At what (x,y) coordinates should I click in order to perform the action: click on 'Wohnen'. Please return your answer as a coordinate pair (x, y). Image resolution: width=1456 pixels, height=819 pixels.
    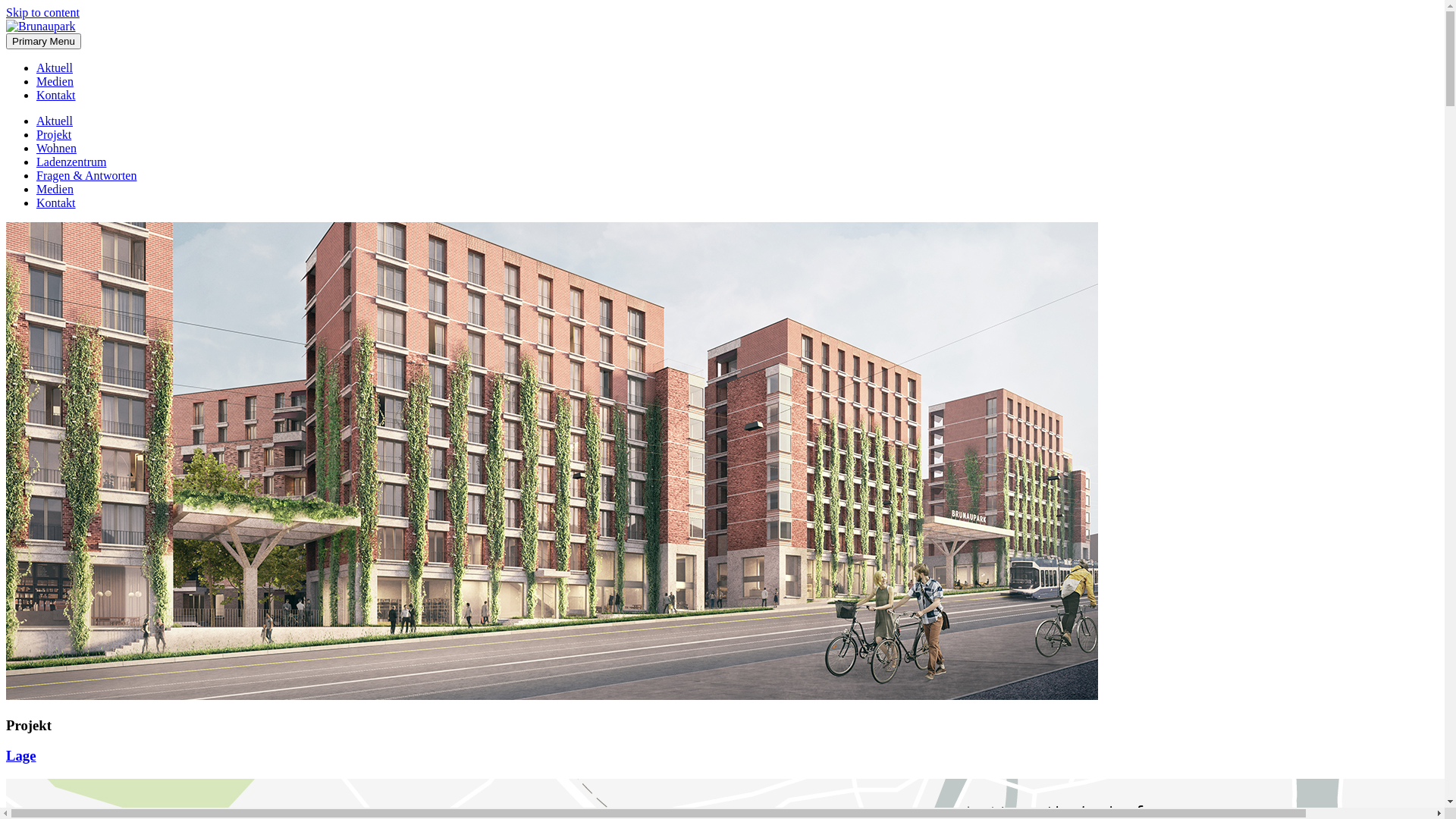
    Looking at the image, I should click on (36, 148).